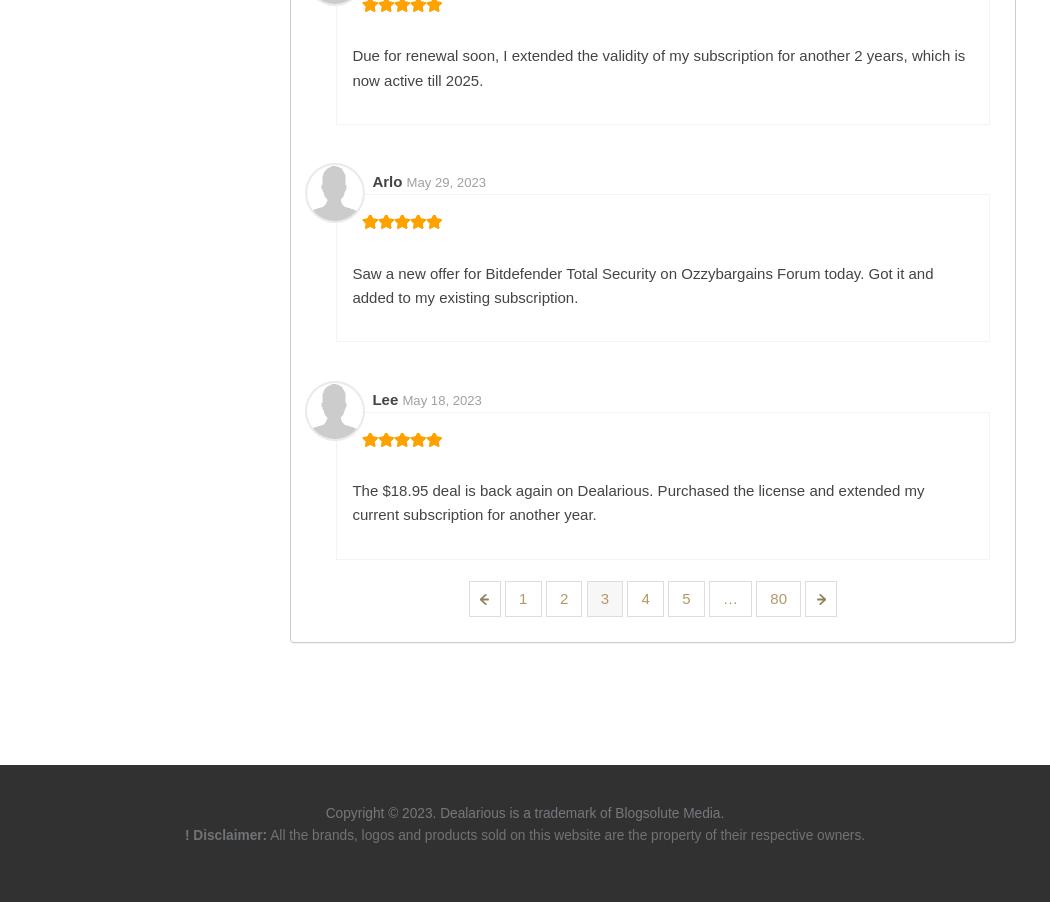  What do you see at coordinates (371, 180) in the screenshot?
I see `'Arlo'` at bounding box center [371, 180].